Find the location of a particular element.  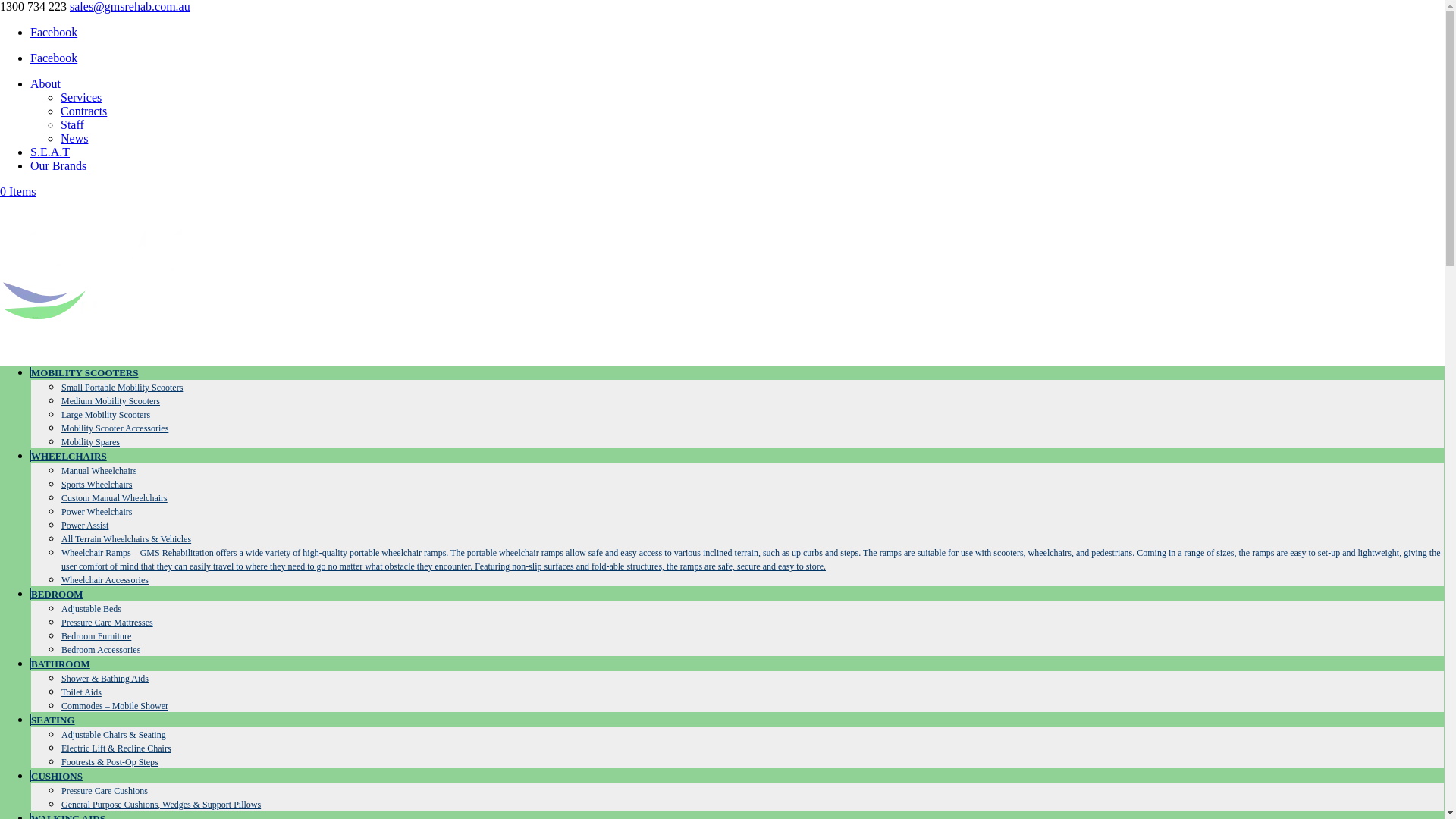

'Custom Manual Wheelchairs' is located at coordinates (113, 497).